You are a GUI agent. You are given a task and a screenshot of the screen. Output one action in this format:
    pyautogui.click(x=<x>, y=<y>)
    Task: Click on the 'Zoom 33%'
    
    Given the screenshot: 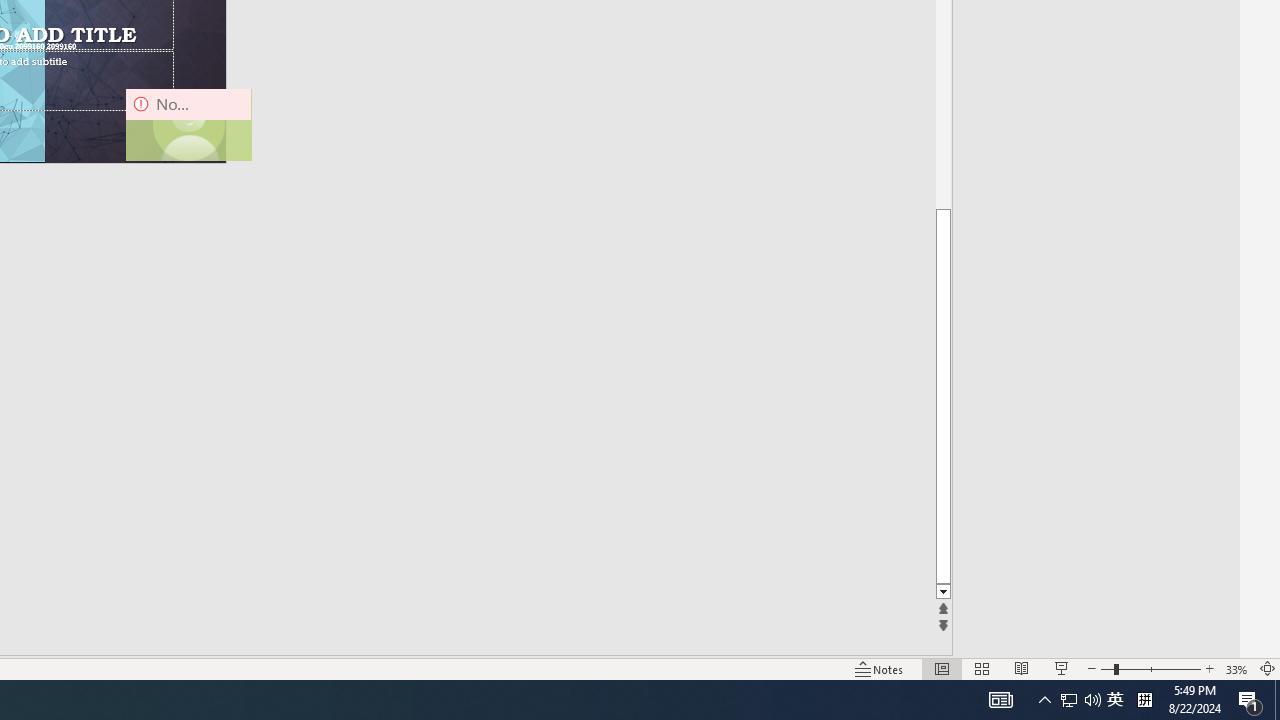 What is the action you would take?
    pyautogui.click(x=1236, y=669)
    